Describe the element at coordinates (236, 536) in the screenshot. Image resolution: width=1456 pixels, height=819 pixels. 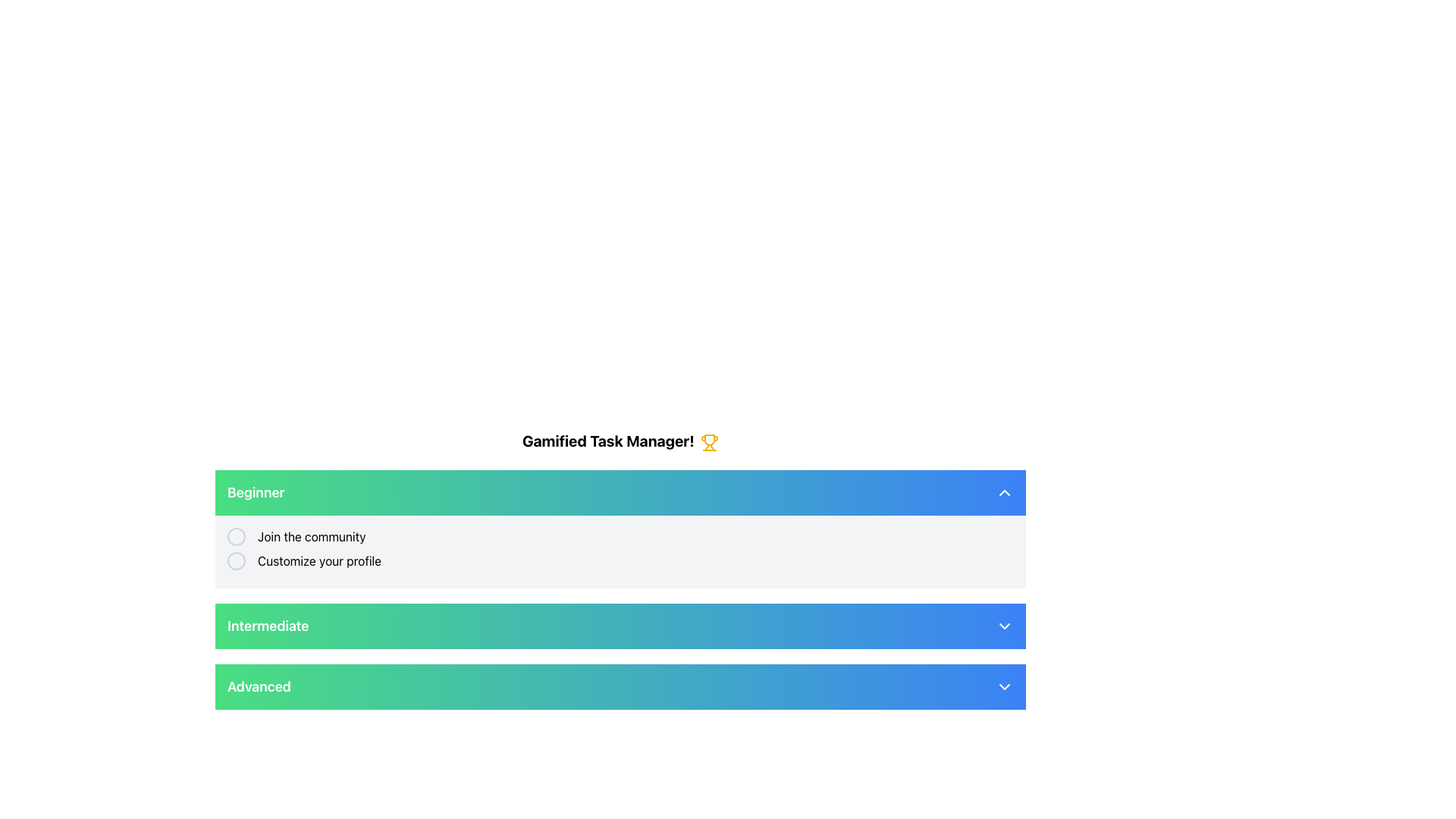
I see `the center of the radio button located in the upper-left section of the 'Beginner' panel` at that location.